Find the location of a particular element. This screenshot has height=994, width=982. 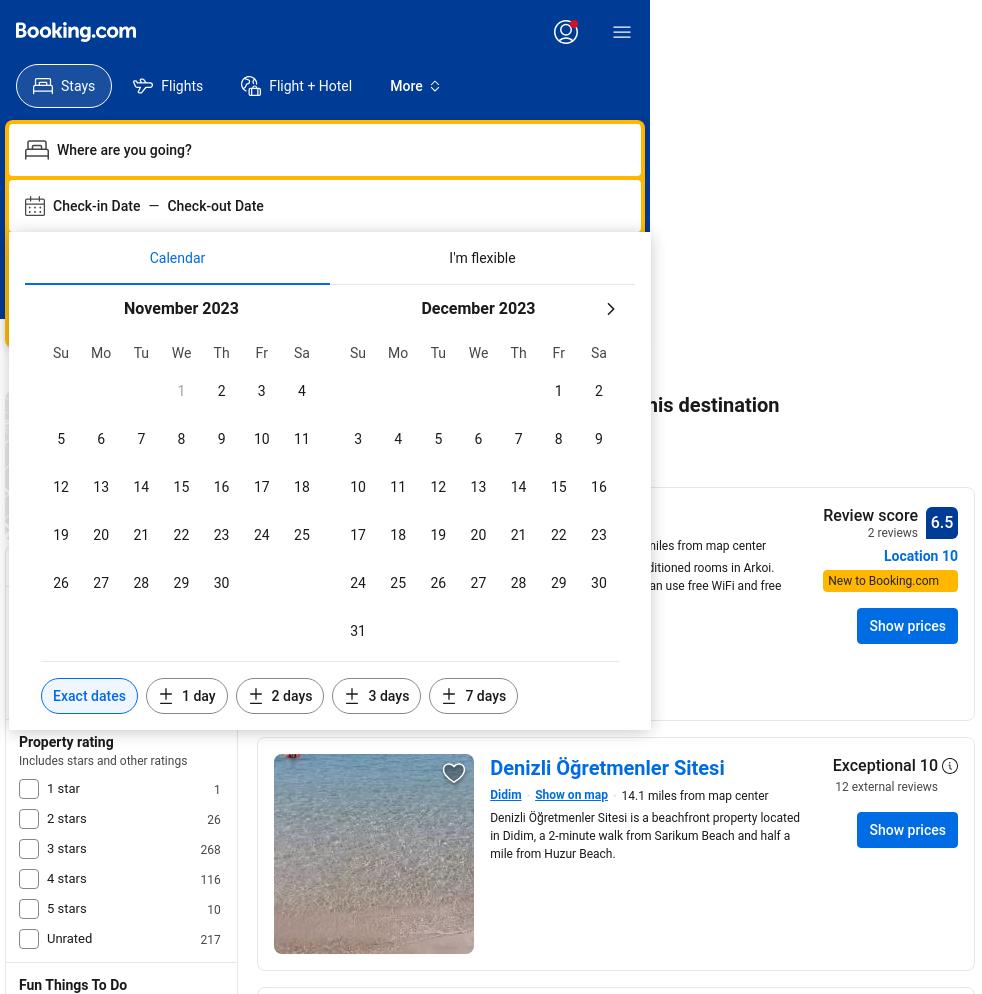

'1' is located at coordinates (216, 790).